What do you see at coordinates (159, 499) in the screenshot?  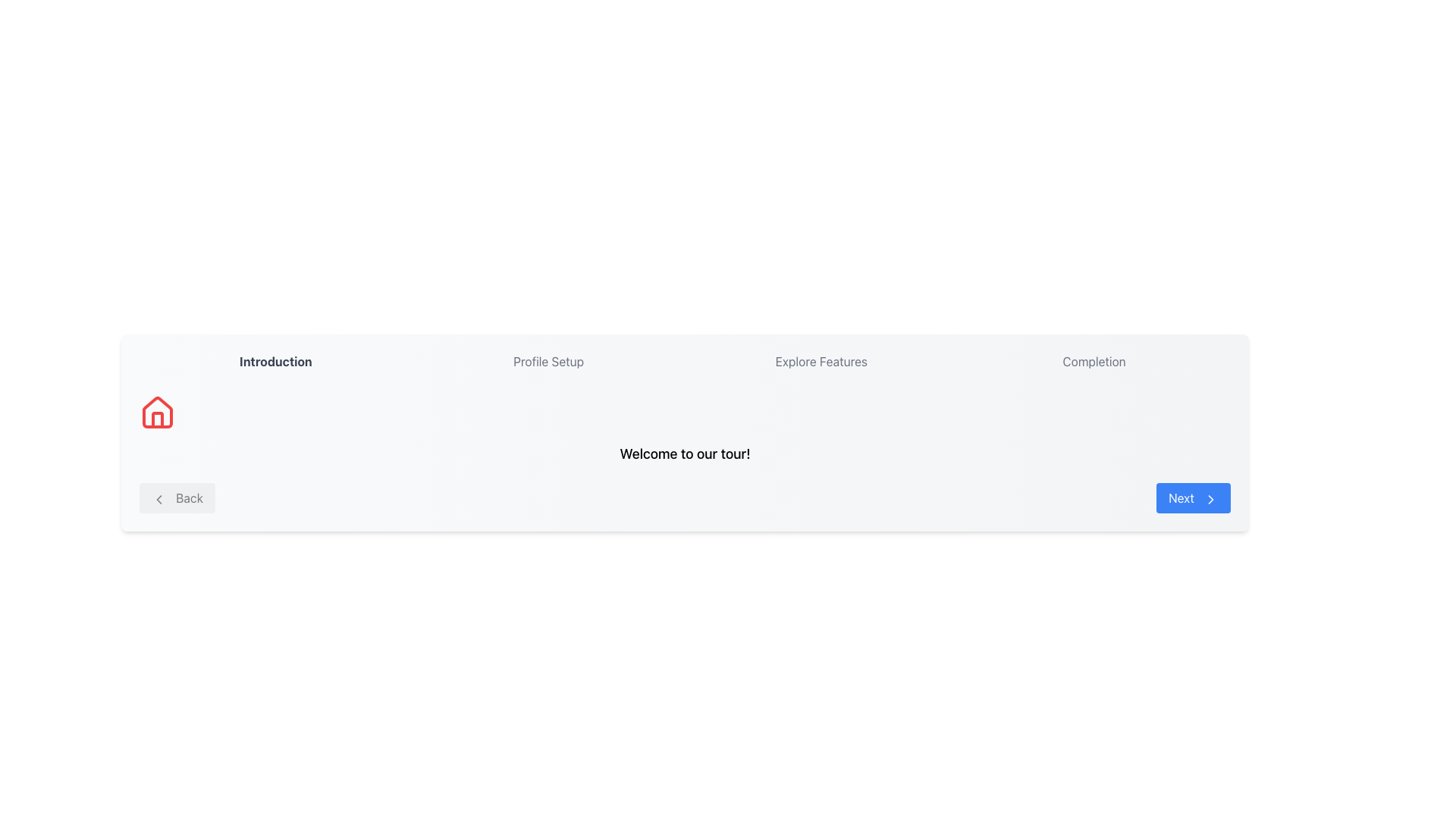 I see `the 'Back' button which contains the chevron icon` at bounding box center [159, 499].